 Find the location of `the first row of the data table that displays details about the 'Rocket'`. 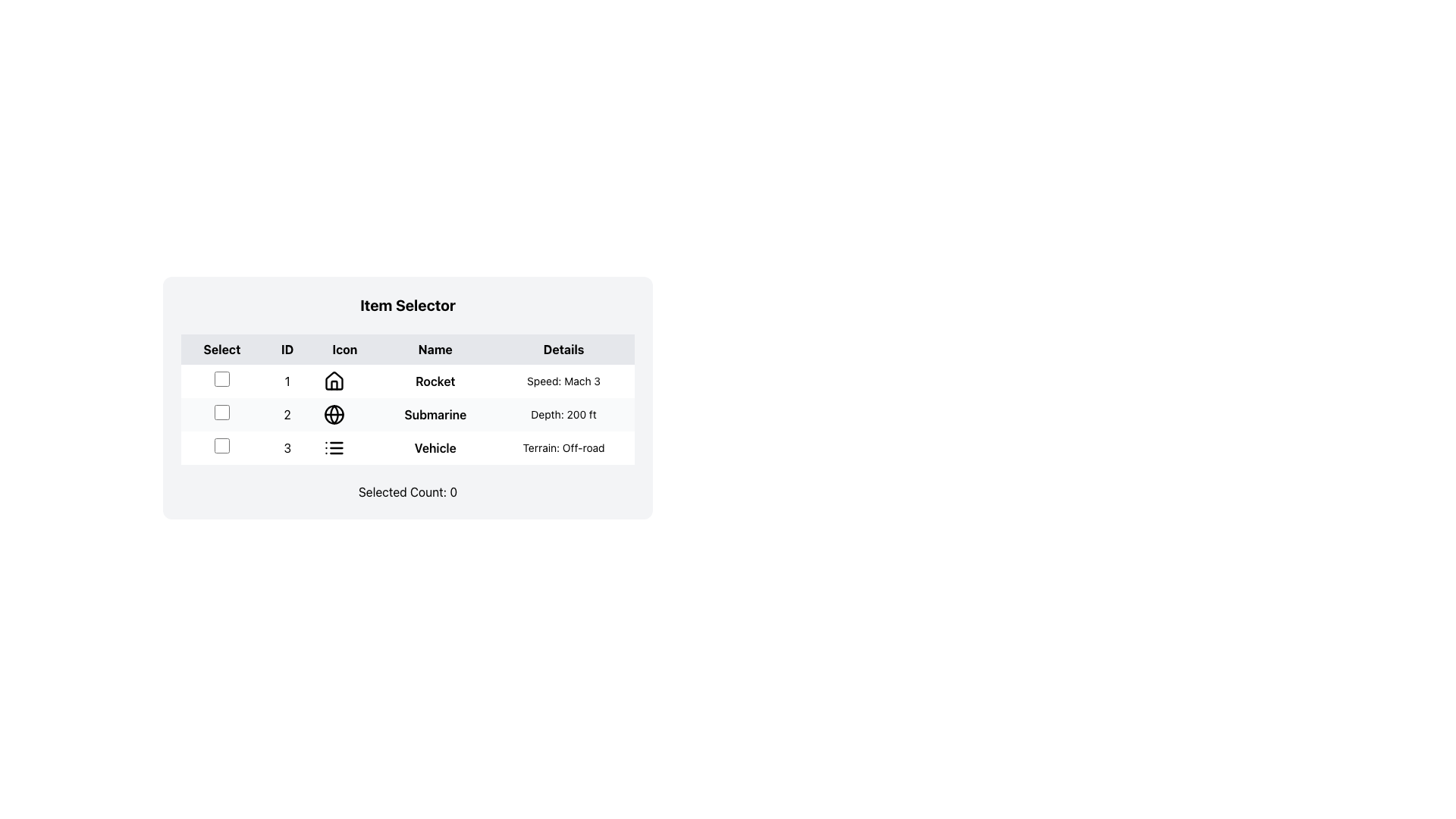

the first row of the data table that displays details about the 'Rocket' is located at coordinates (407, 380).